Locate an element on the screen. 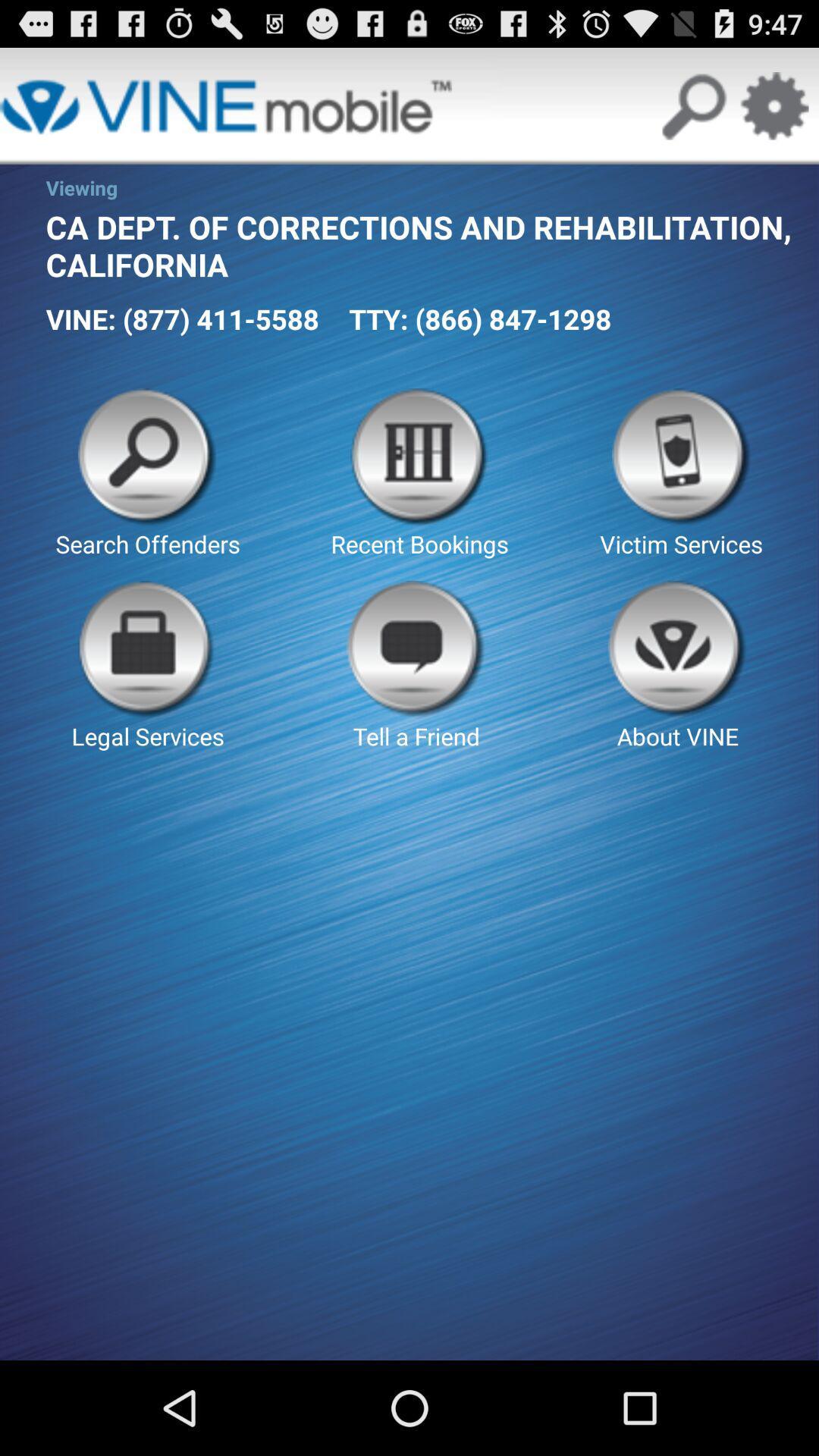  item below the recent bookings icon is located at coordinates (677, 666).